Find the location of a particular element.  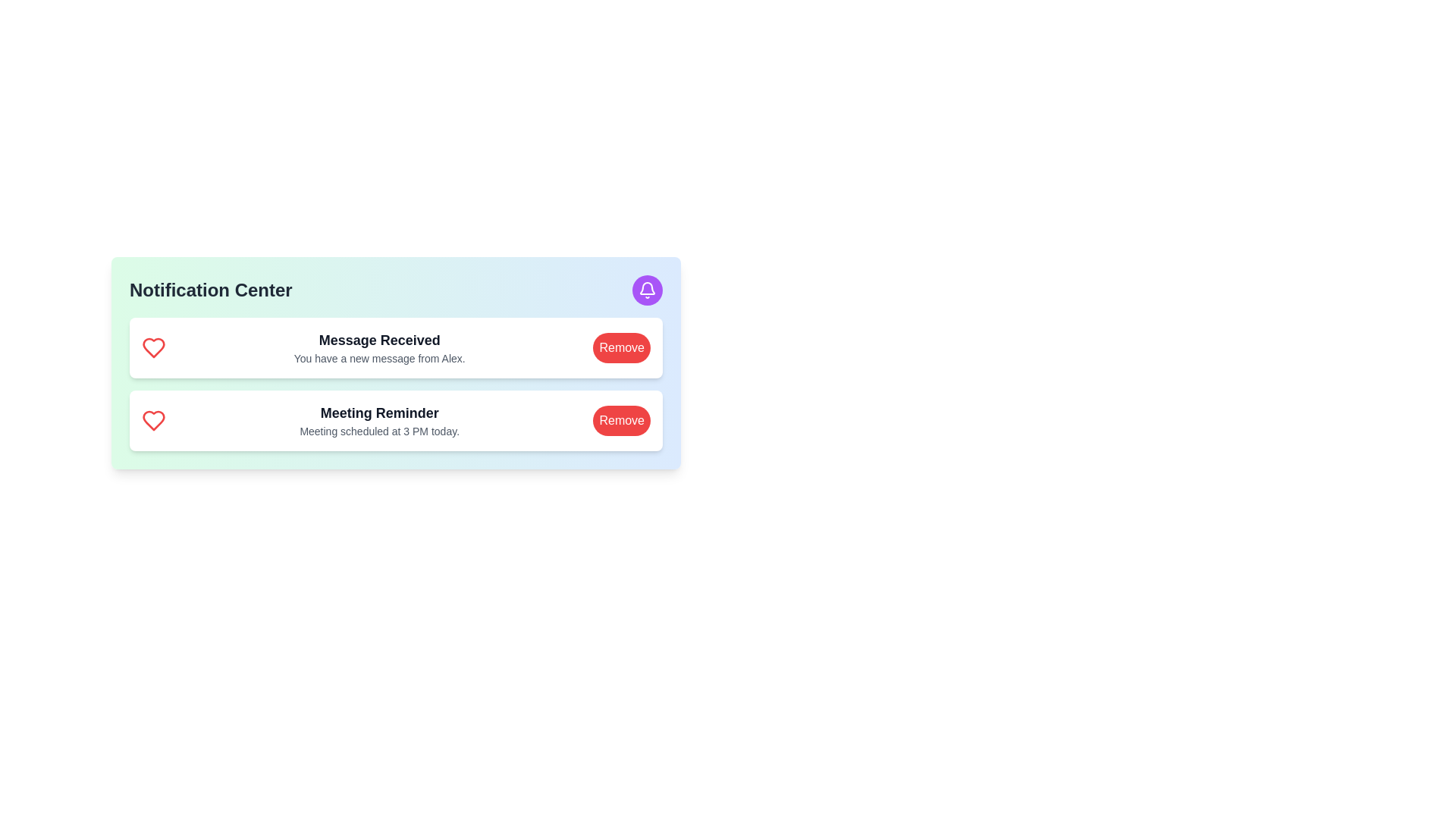

the circular purple button containing a white bell icon in the Notification Center to access notifications is located at coordinates (648, 290).